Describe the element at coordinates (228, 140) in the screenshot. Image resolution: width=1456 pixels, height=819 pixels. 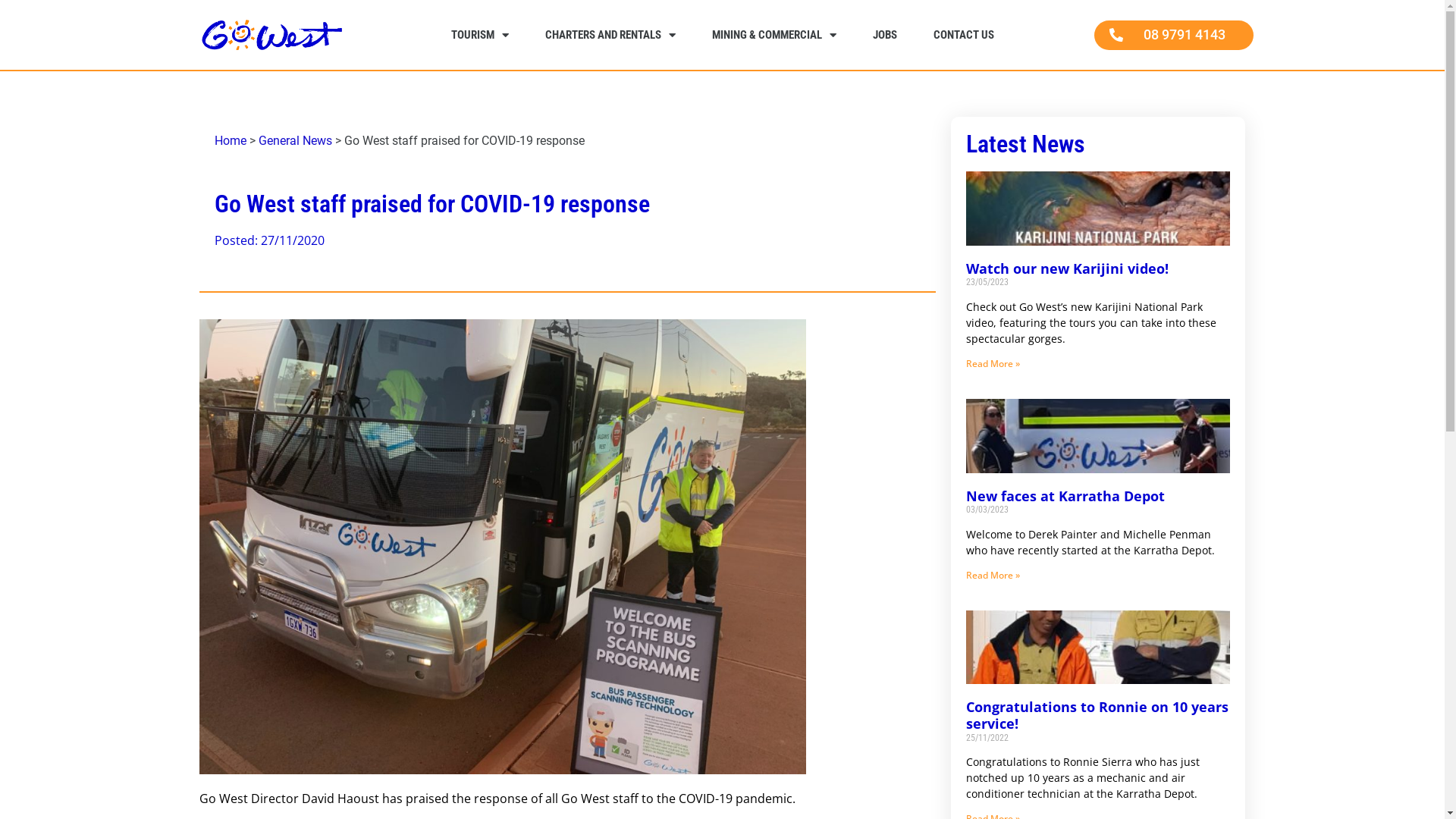
I see `'Home'` at that location.